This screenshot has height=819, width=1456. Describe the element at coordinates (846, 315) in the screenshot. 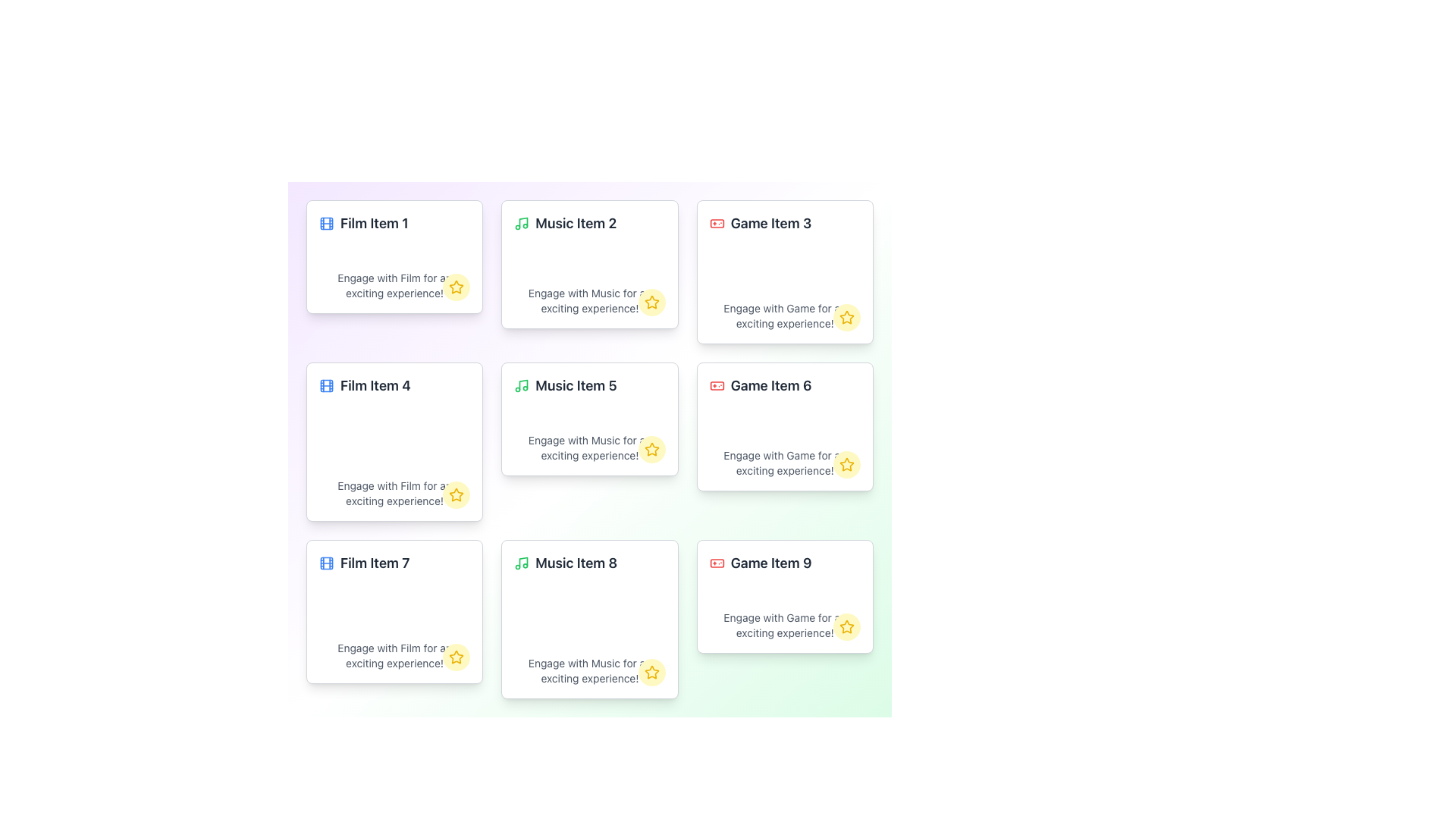

I see `the star-shaped icon with a yellow outline located in the bottom-right corner of the 'Game Item 3' card to mark the item as favorite` at that location.